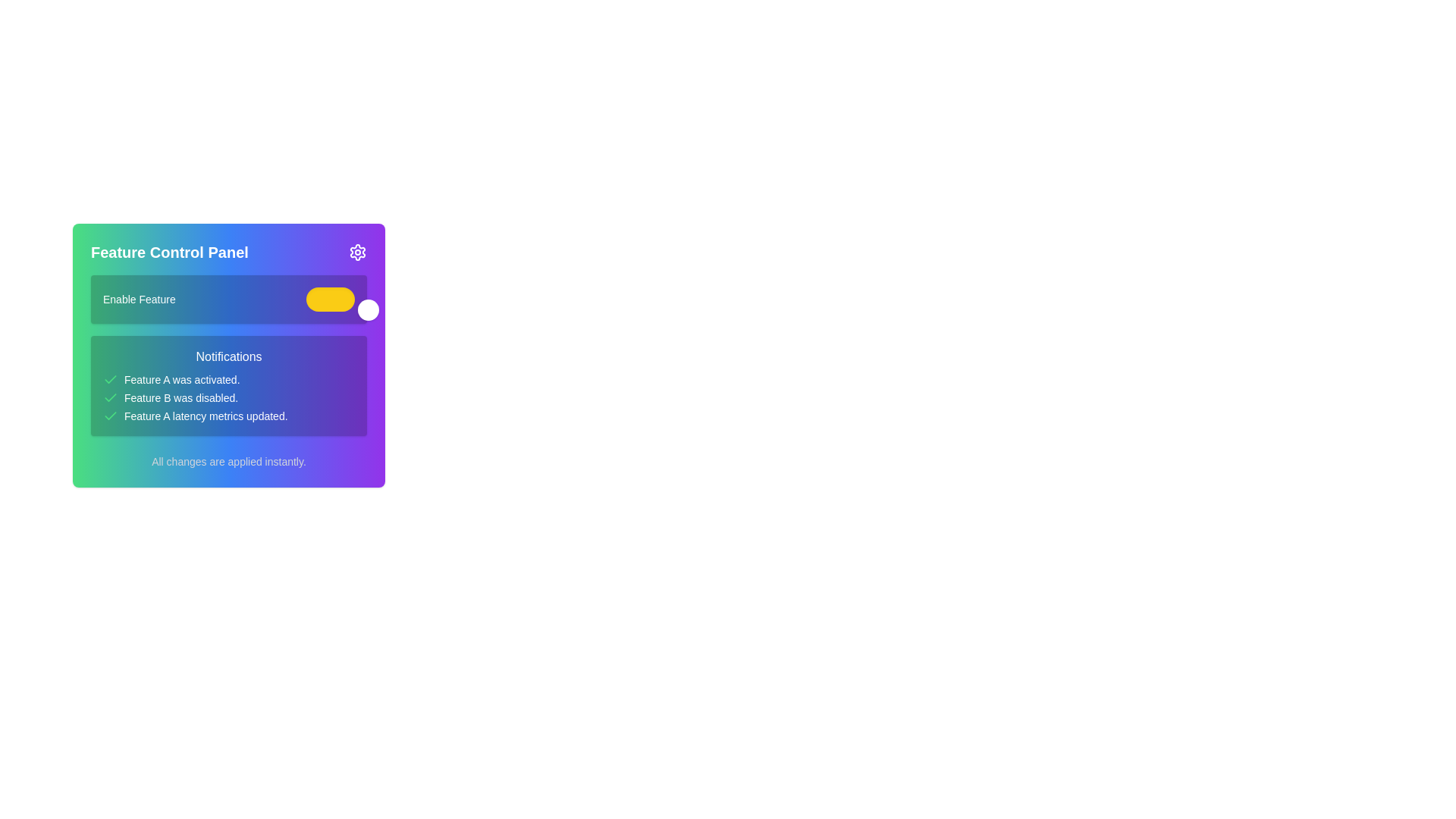 Image resolution: width=1456 pixels, height=819 pixels. I want to click on the circular white handle of the toggle switch located on the rightmost side of the yellow toggle switch in the 'Feature Control Panel', so click(368, 309).